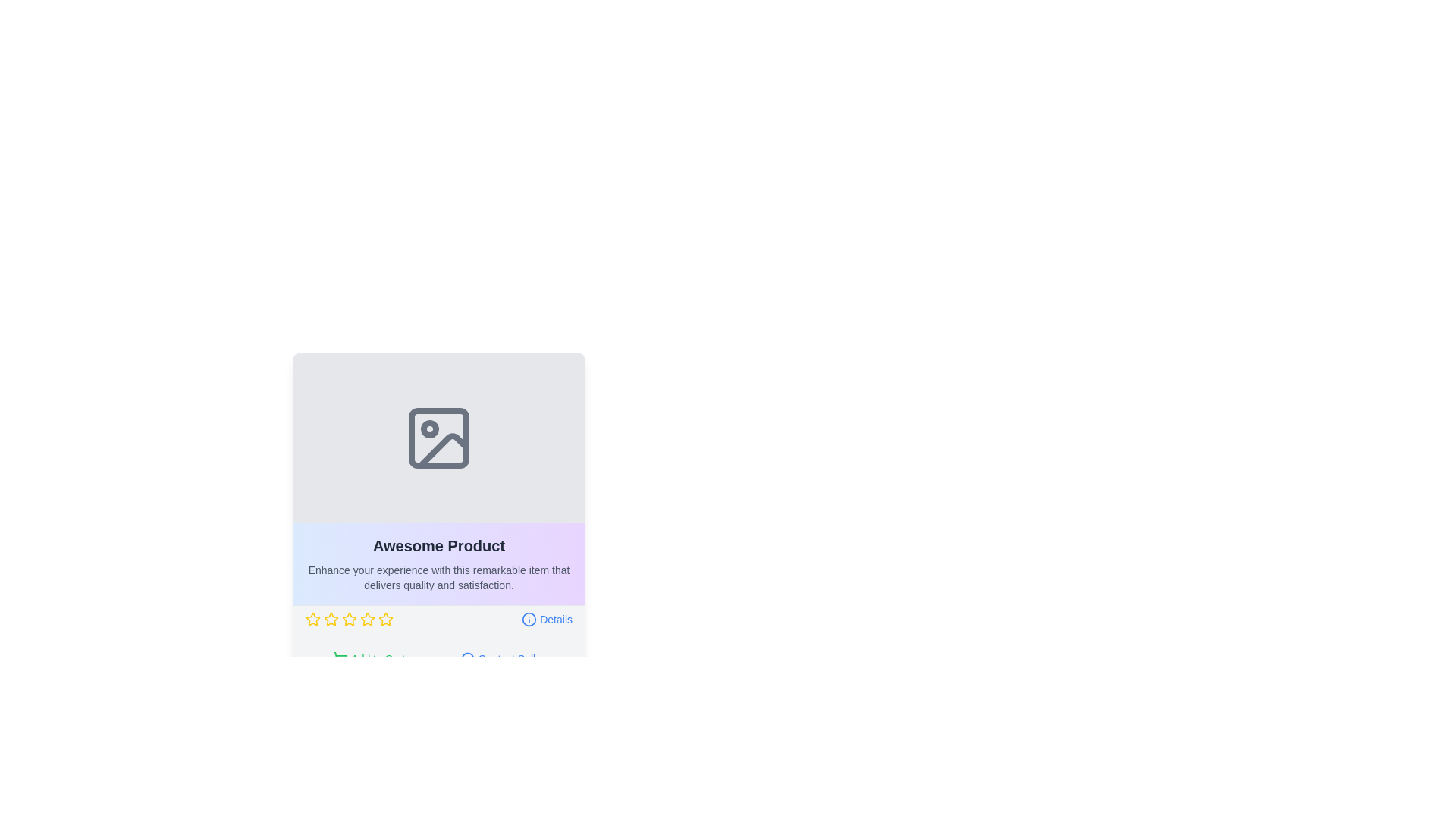 The image size is (1456, 819). I want to click on the fourth star icon in the 5-star rating system, so click(385, 619).